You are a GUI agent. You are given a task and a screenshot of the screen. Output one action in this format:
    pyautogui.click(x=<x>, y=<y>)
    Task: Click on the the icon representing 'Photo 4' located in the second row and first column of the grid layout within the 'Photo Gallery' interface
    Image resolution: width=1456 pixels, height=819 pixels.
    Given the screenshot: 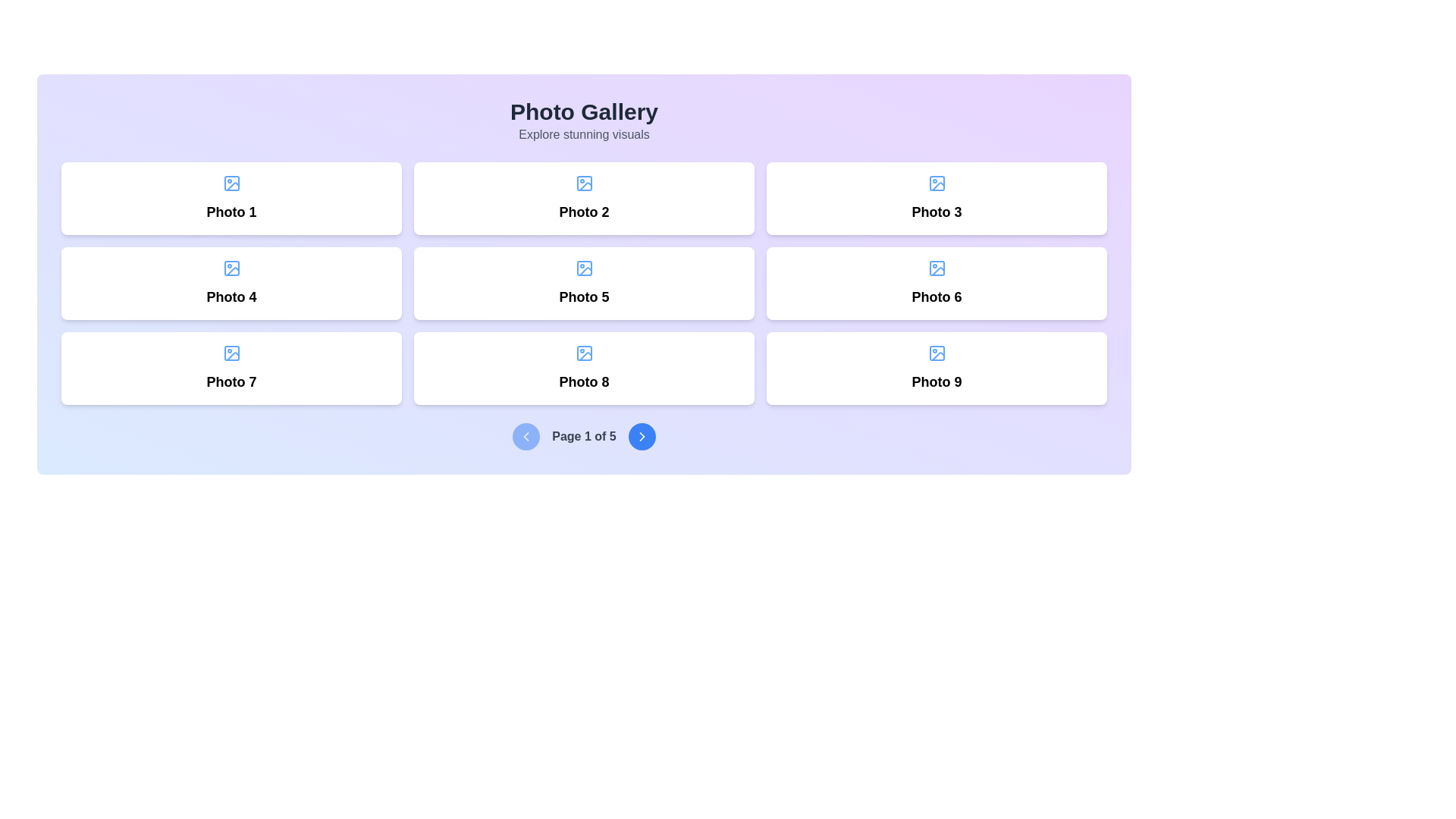 What is the action you would take?
    pyautogui.click(x=231, y=268)
    